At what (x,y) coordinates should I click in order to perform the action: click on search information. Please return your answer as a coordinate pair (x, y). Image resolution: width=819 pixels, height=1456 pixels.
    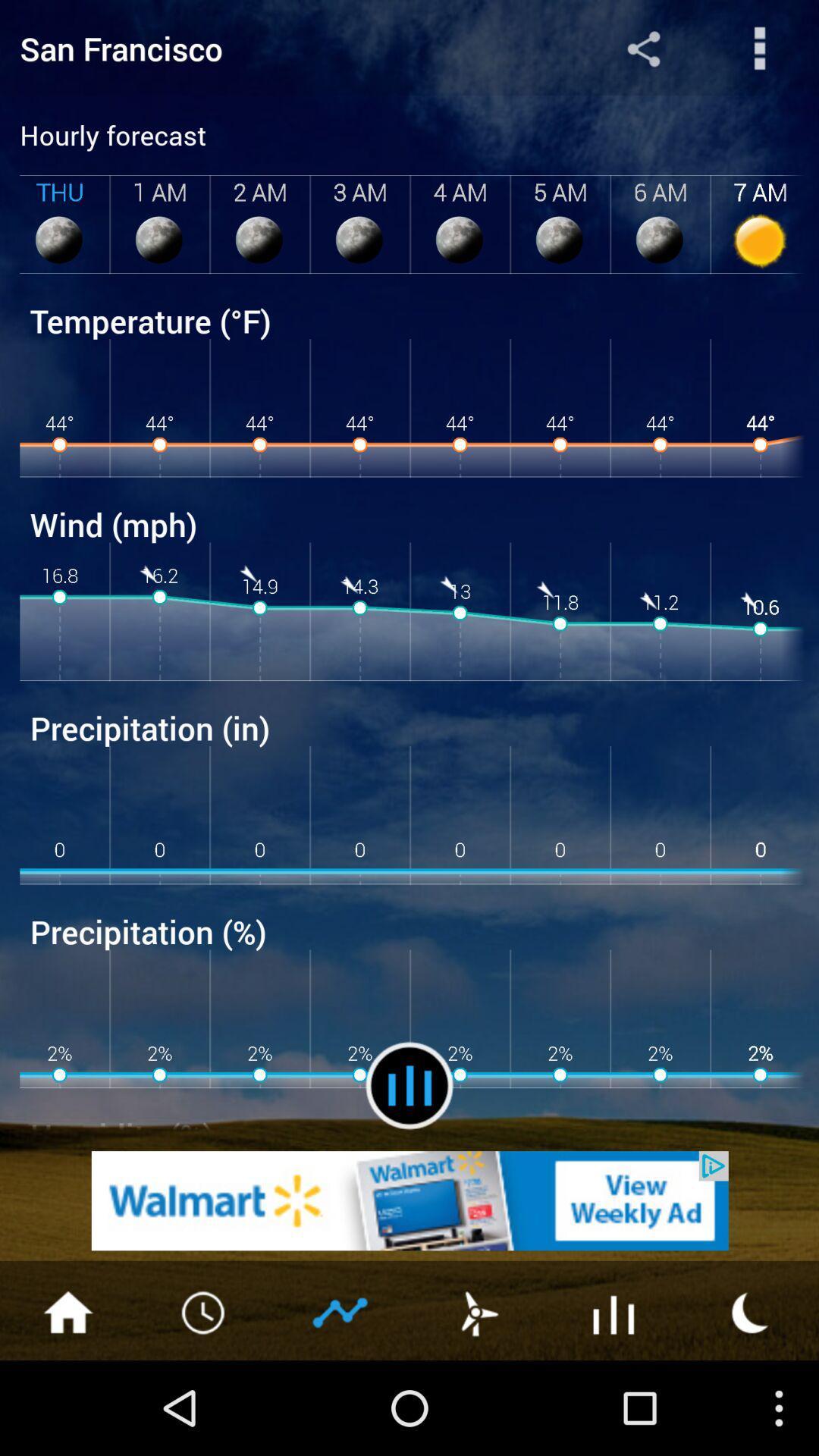
    Looking at the image, I should click on (760, 48).